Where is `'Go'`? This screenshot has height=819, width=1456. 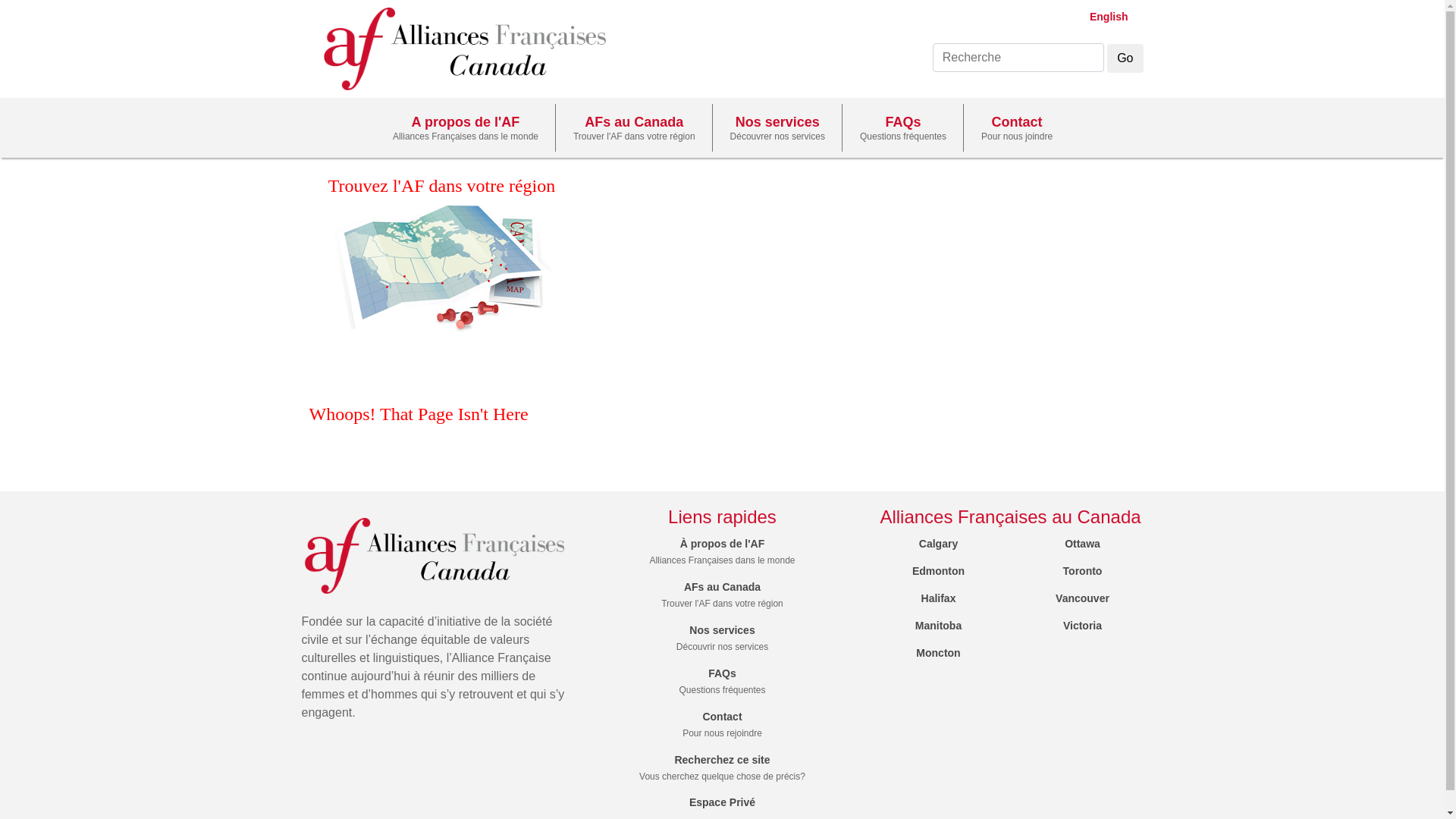 'Go' is located at coordinates (1125, 58).